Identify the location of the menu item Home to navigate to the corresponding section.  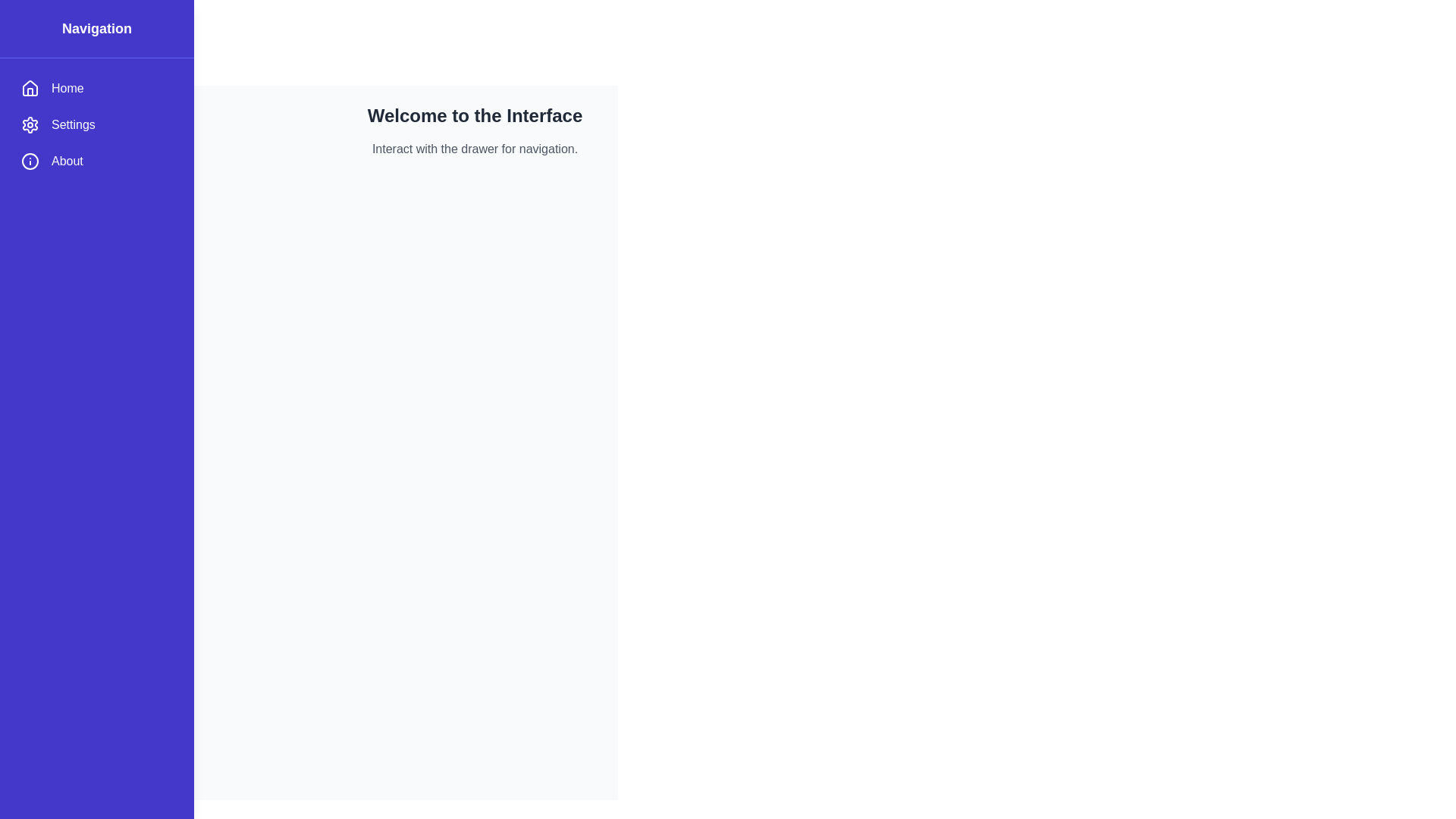
(96, 88).